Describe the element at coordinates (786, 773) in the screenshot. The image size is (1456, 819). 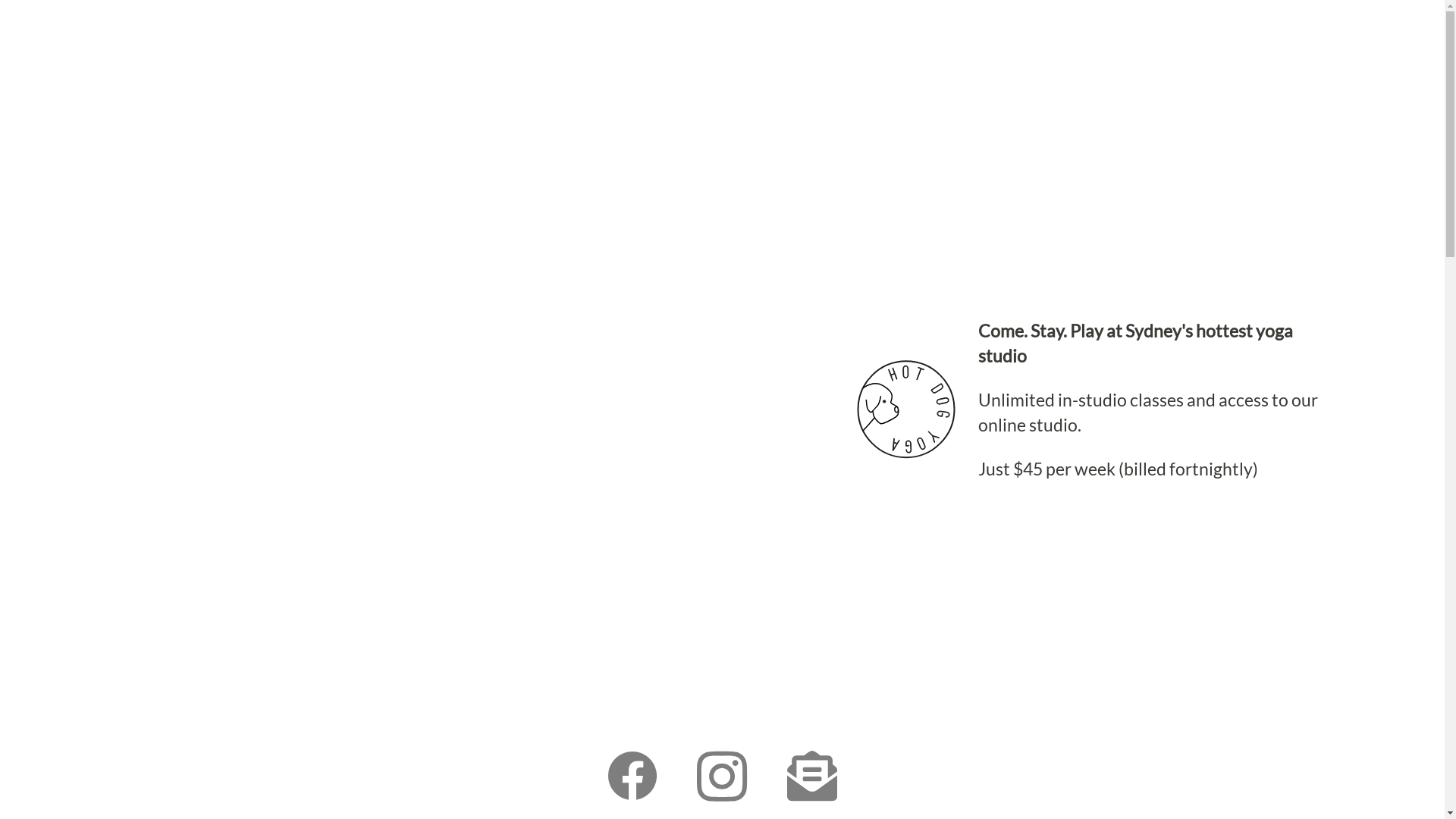
I see `'Email Hot Dog Yoga'` at that location.